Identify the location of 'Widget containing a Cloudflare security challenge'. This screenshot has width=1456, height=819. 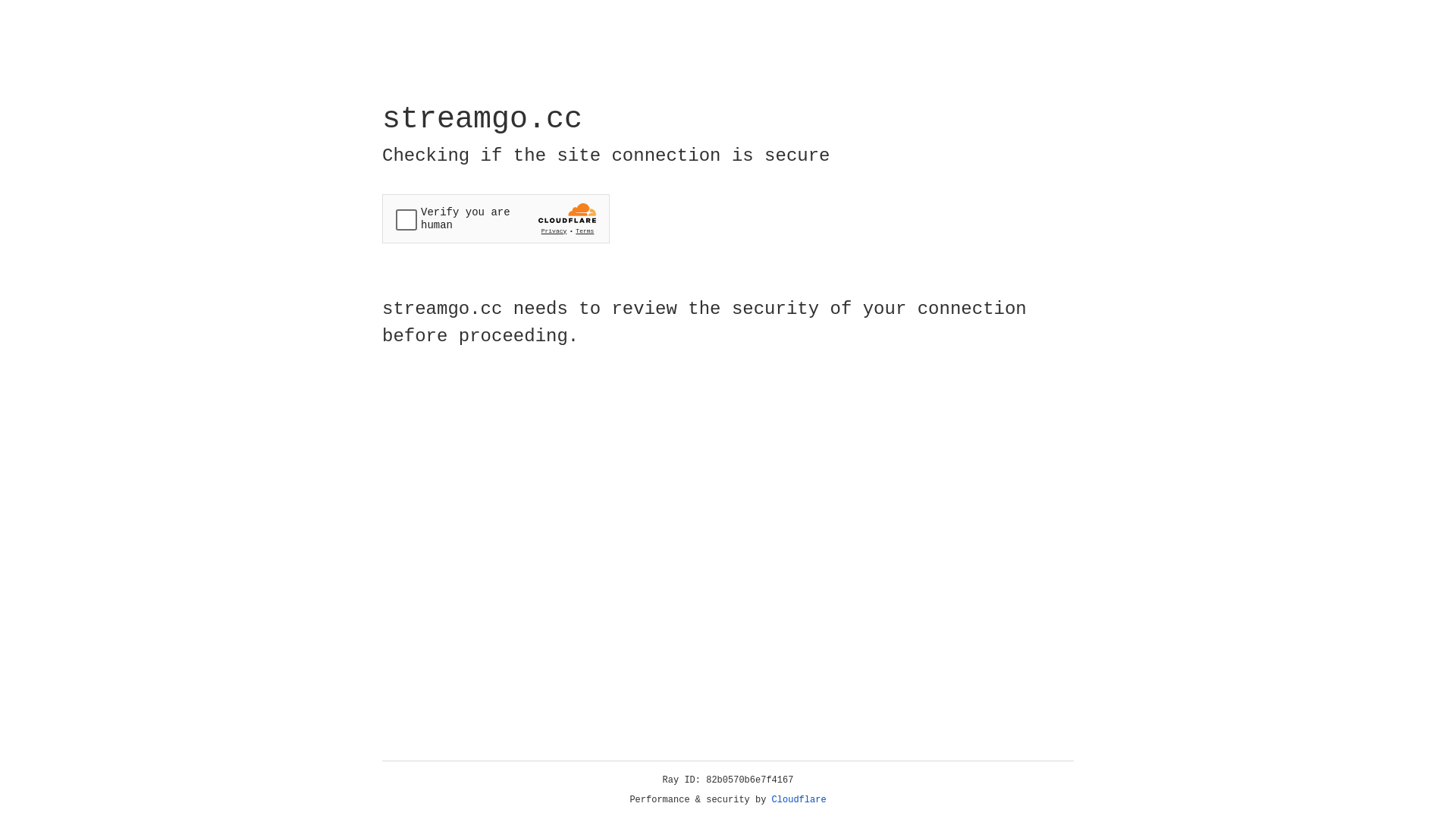
(495, 218).